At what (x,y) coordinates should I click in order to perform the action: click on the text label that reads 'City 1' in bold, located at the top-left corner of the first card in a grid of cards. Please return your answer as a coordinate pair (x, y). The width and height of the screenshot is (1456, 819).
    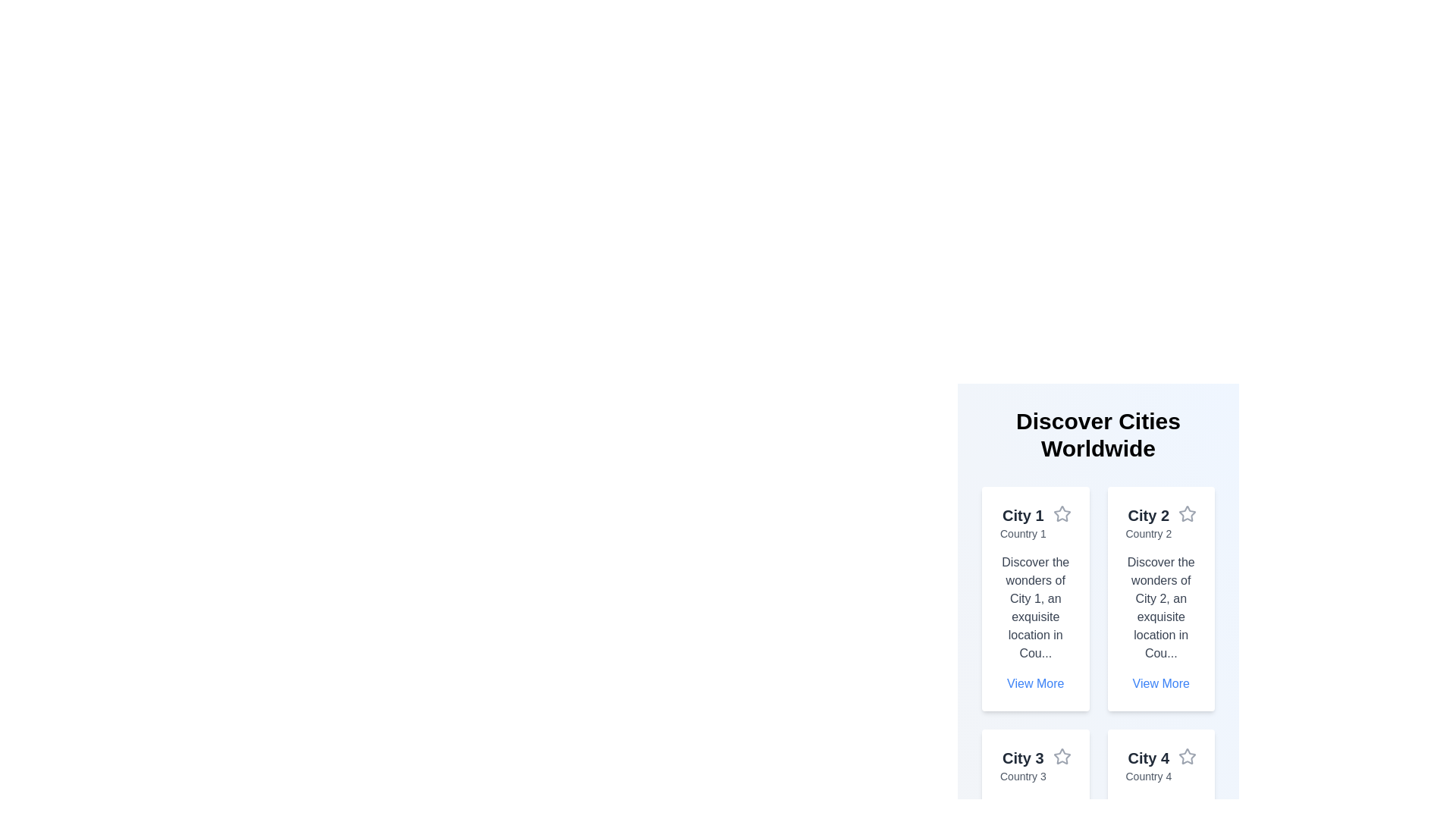
    Looking at the image, I should click on (1023, 522).